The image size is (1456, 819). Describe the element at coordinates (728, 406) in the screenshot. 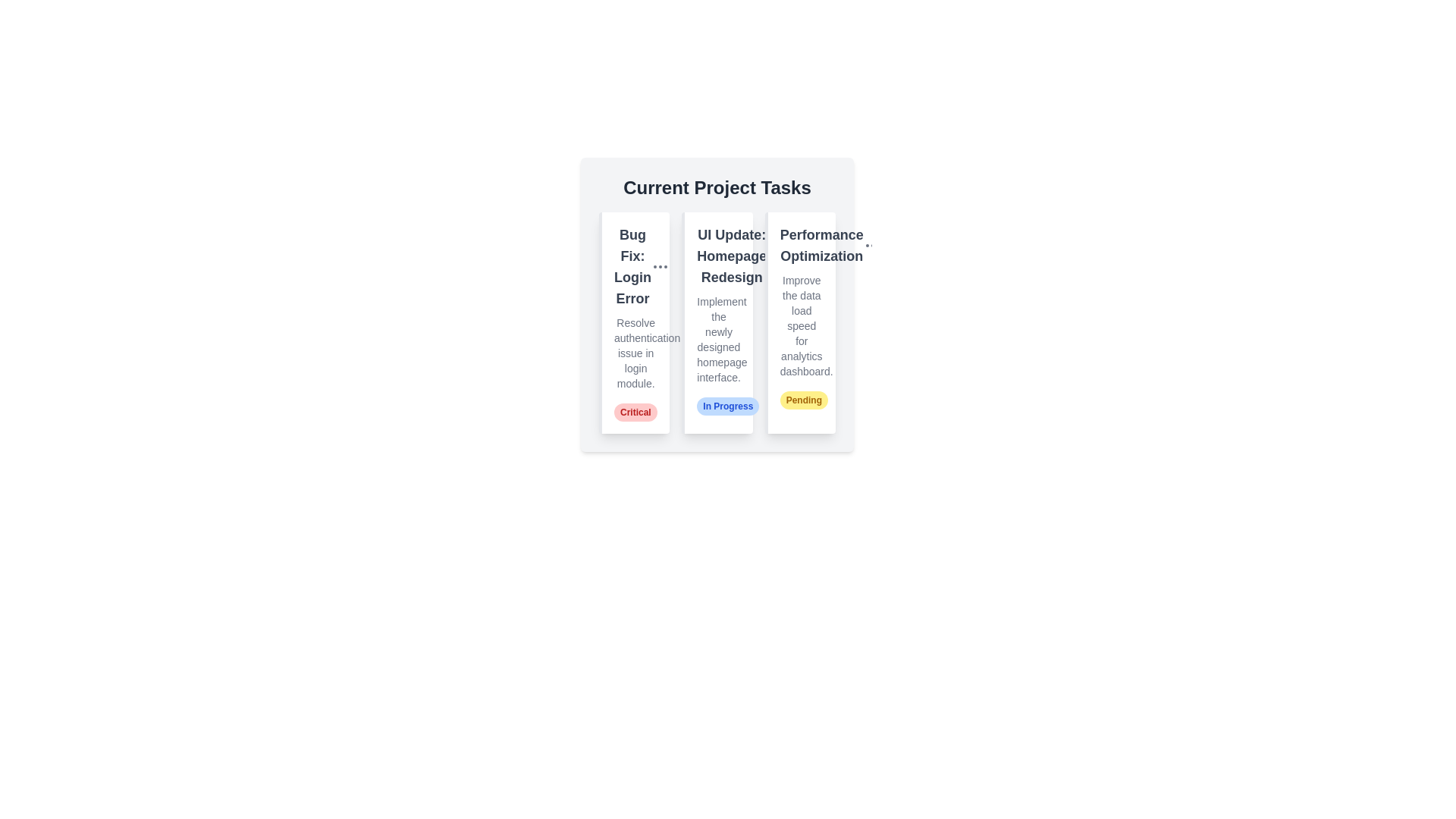

I see `the status badge of a task with status In Progress` at that location.